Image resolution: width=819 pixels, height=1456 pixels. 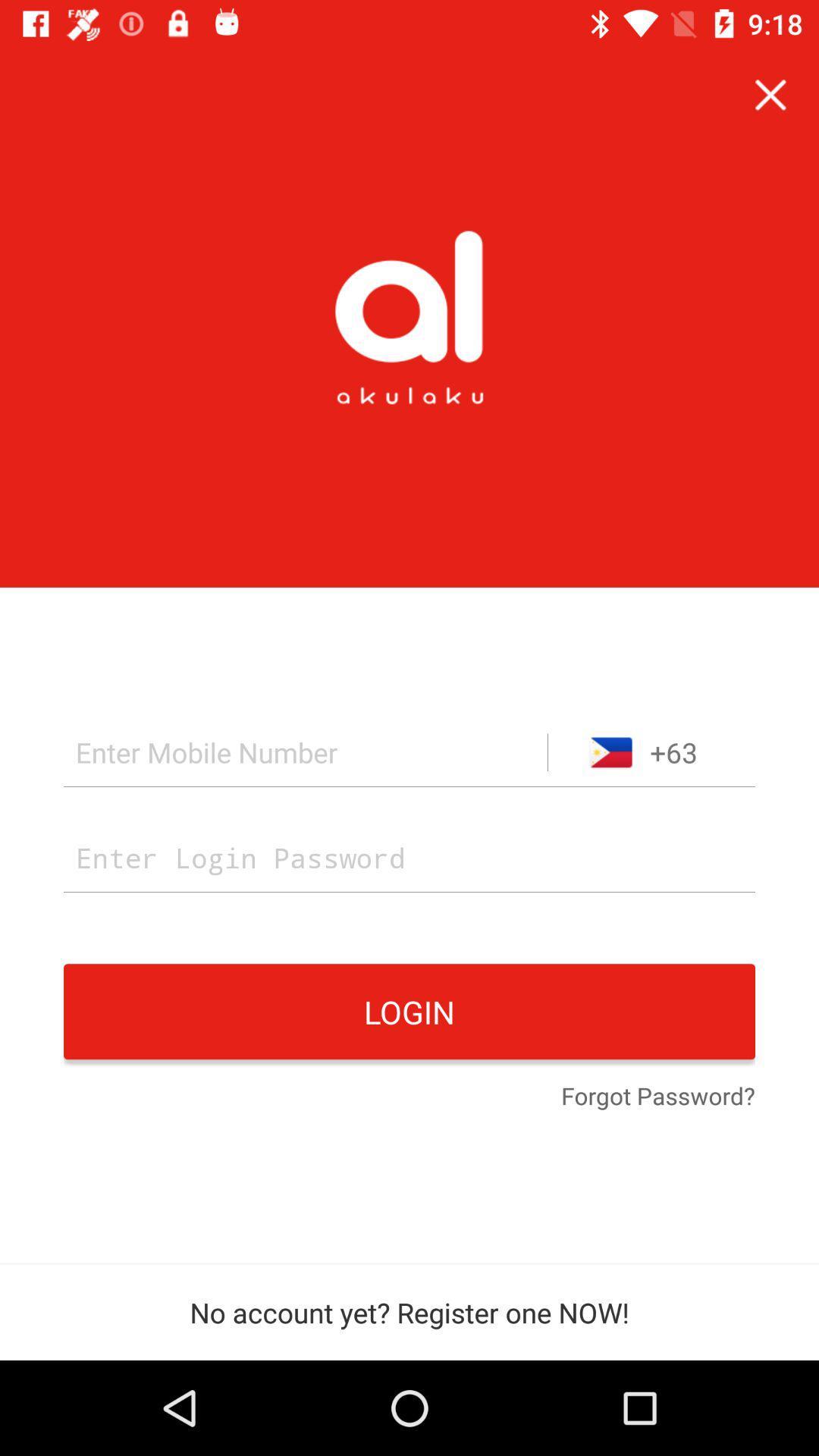 I want to click on the forgot password?, so click(x=657, y=1097).